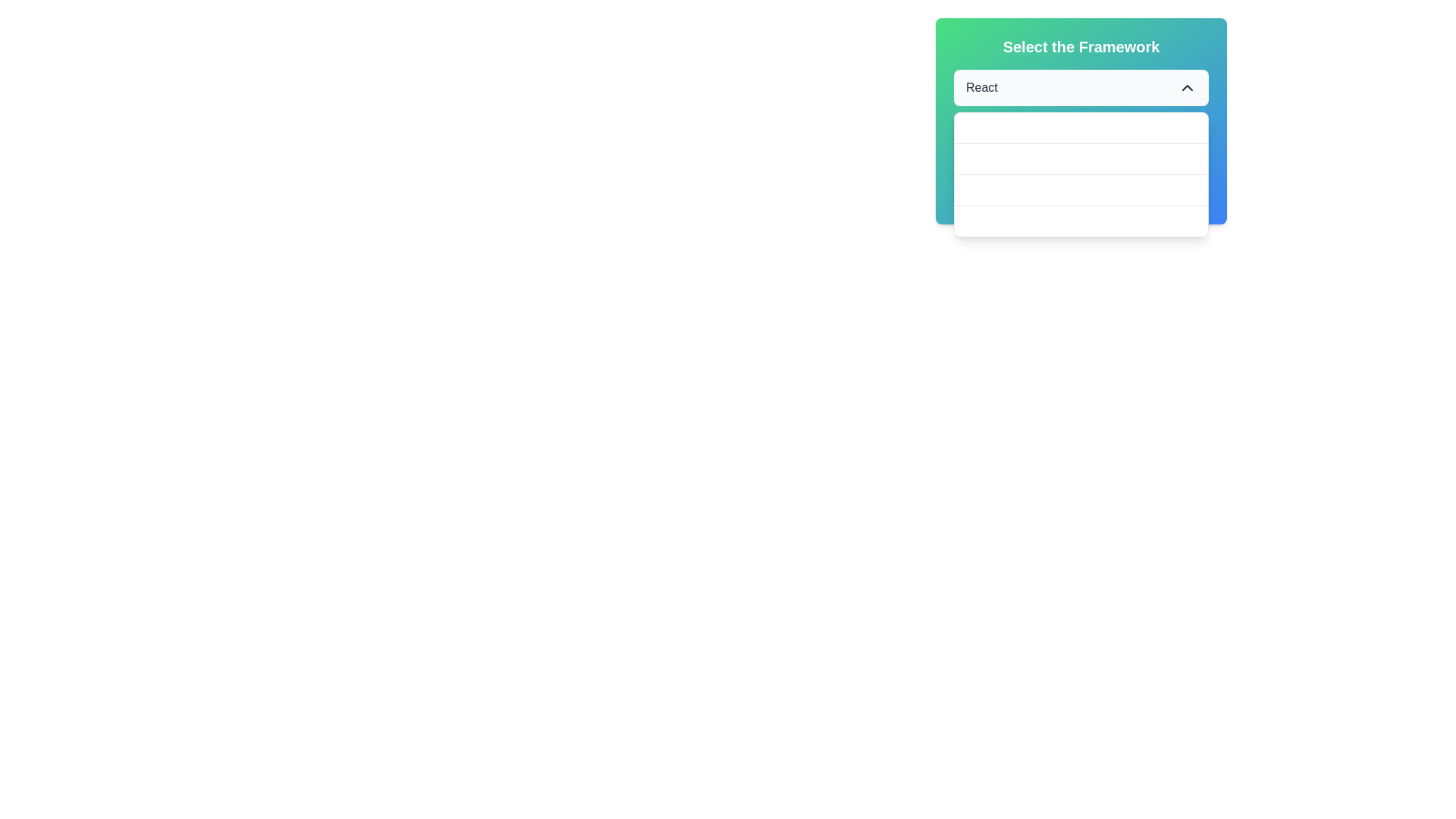 Image resolution: width=1456 pixels, height=819 pixels. What do you see at coordinates (1080, 159) in the screenshot?
I see `the dropdown list item displaying 'Vue'` at bounding box center [1080, 159].